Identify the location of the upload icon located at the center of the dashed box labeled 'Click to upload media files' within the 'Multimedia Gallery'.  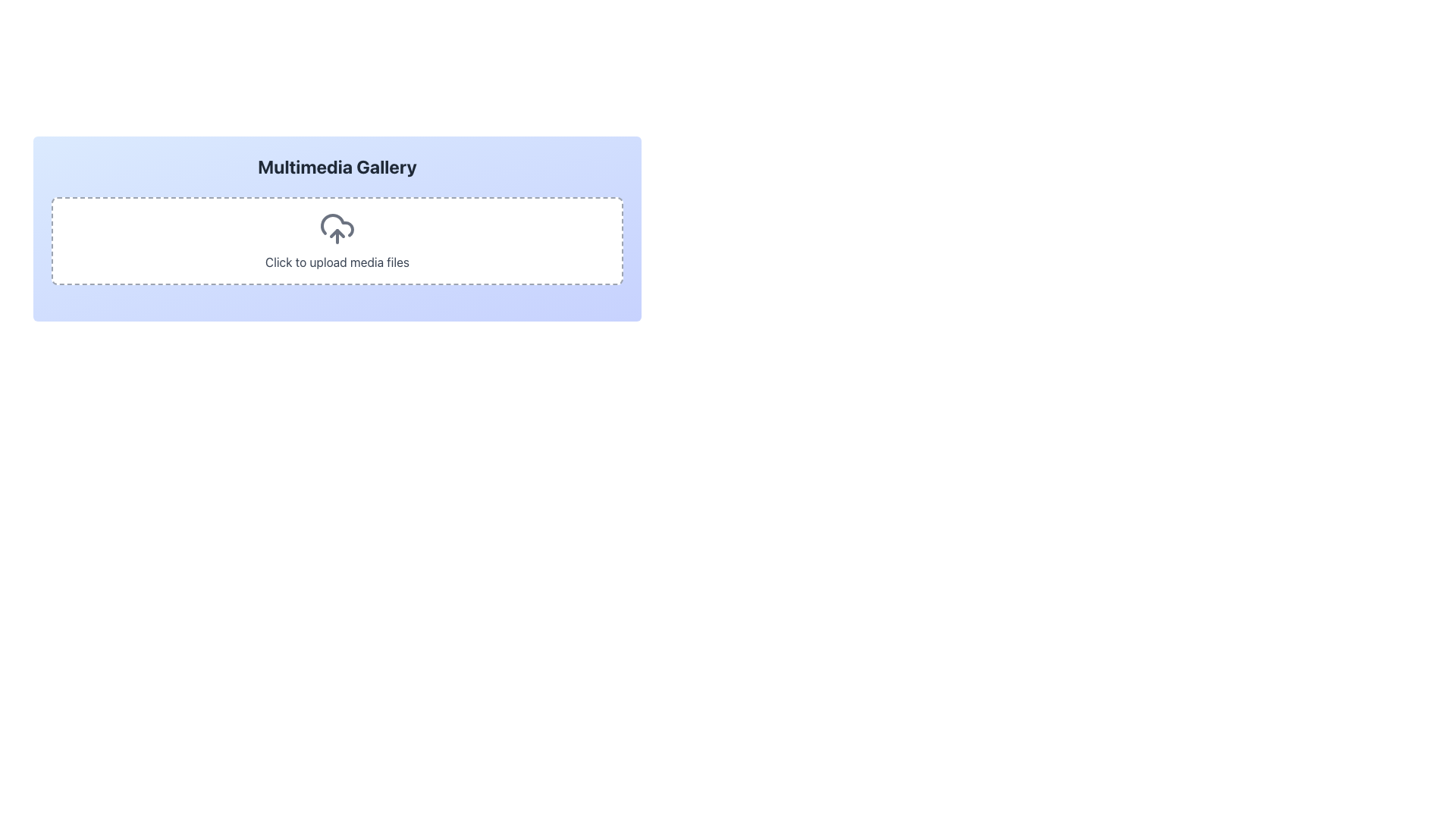
(337, 228).